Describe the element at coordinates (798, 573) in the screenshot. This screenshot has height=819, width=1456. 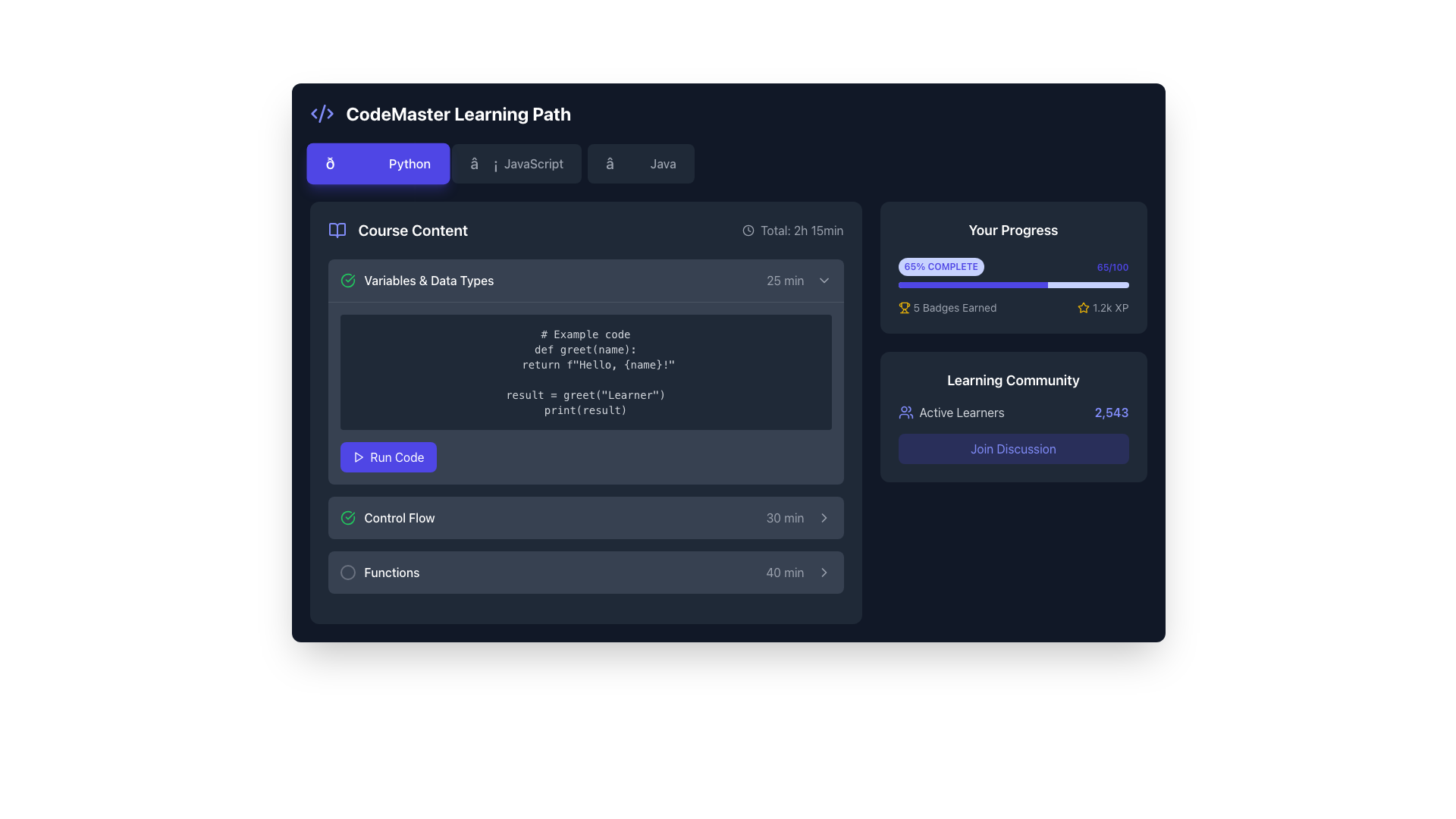
I see `the right-pointing chevron icon in the Combined text display and icon component labeled '40 min'` at that location.